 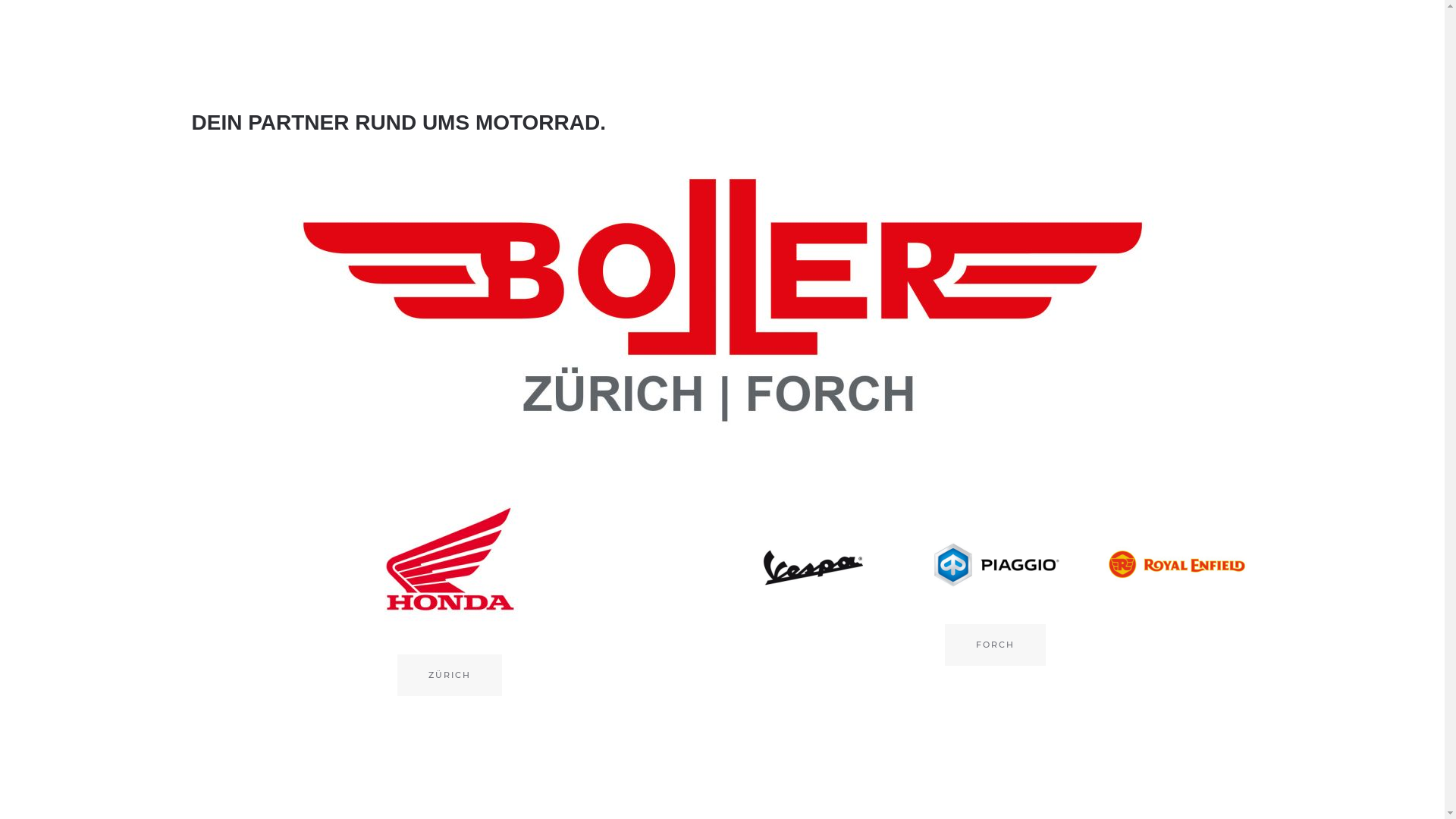 I want to click on 'FORCH', so click(x=995, y=645).